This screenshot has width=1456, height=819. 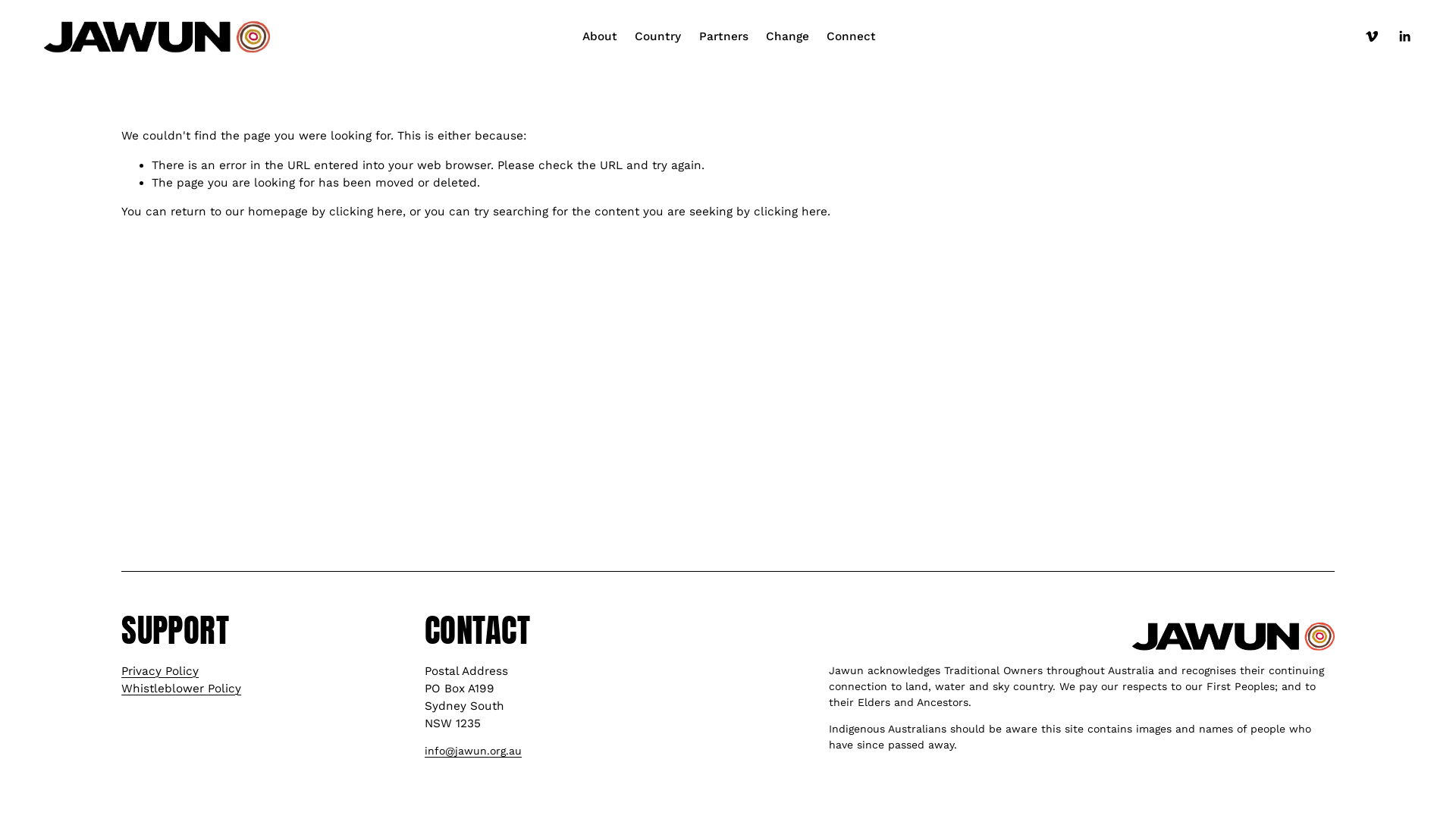 What do you see at coordinates (160, 670) in the screenshot?
I see `'Privacy Policy'` at bounding box center [160, 670].